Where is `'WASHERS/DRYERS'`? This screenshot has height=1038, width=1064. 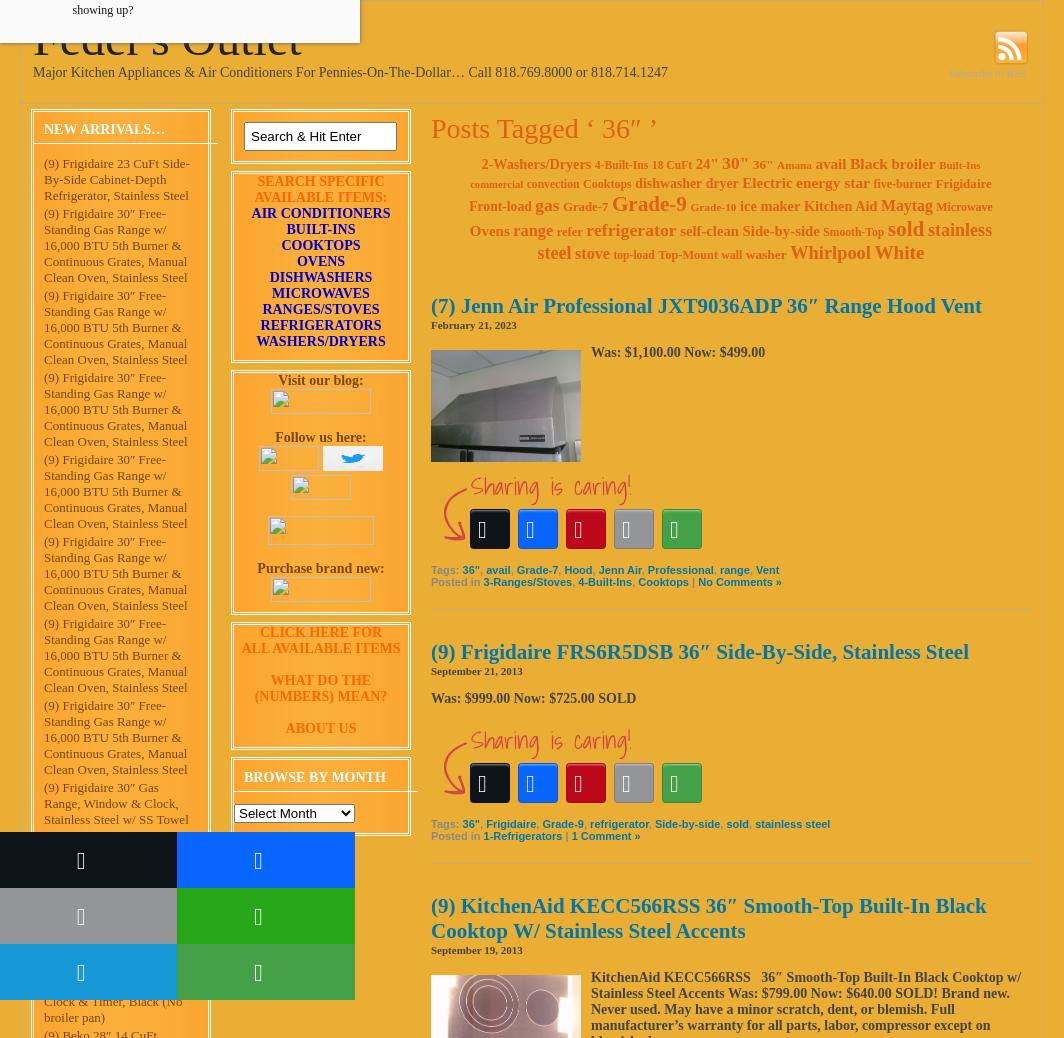 'WASHERS/DRYERS' is located at coordinates (320, 341).